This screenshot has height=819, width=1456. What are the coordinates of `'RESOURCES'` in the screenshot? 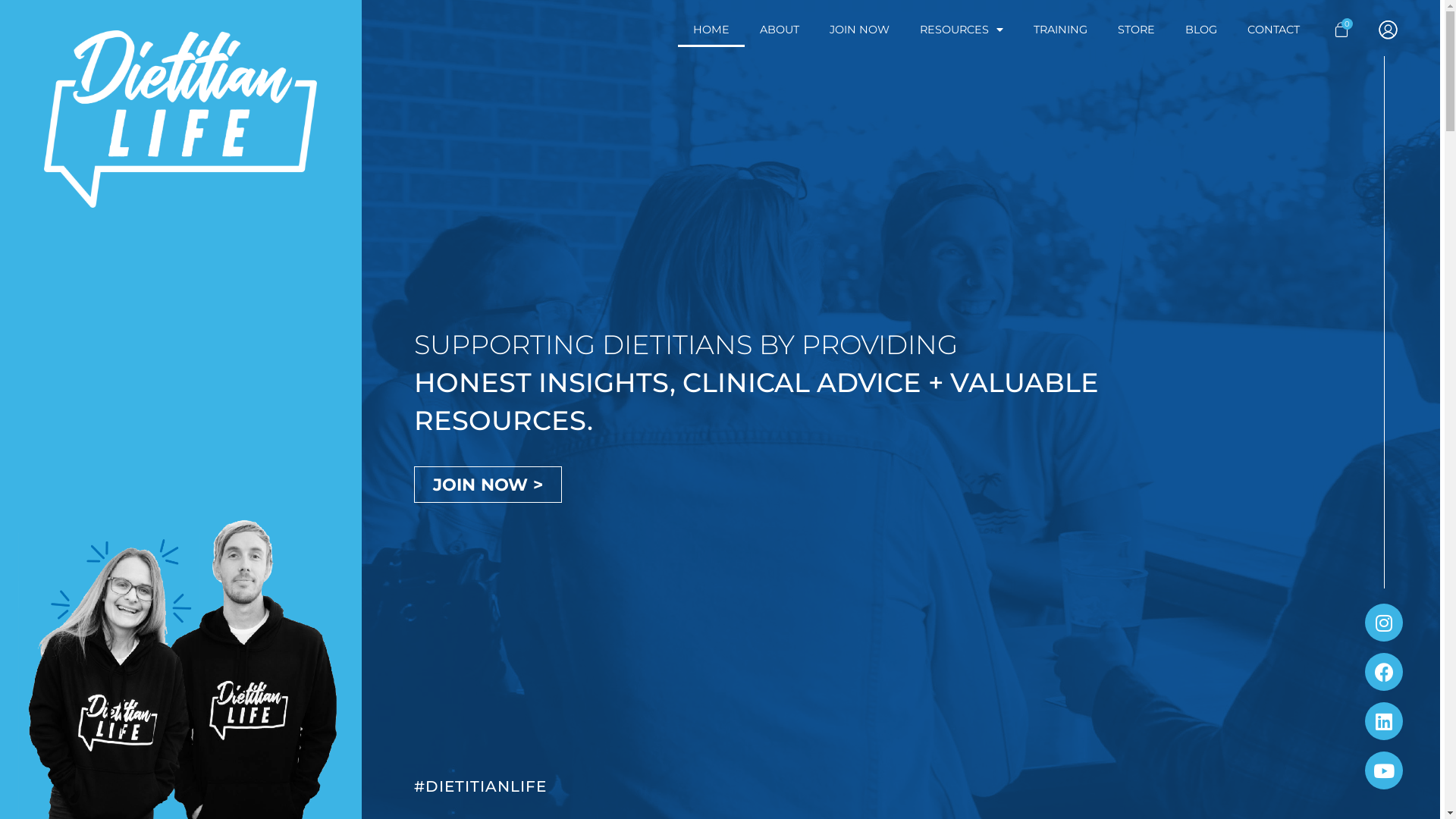 It's located at (960, 29).